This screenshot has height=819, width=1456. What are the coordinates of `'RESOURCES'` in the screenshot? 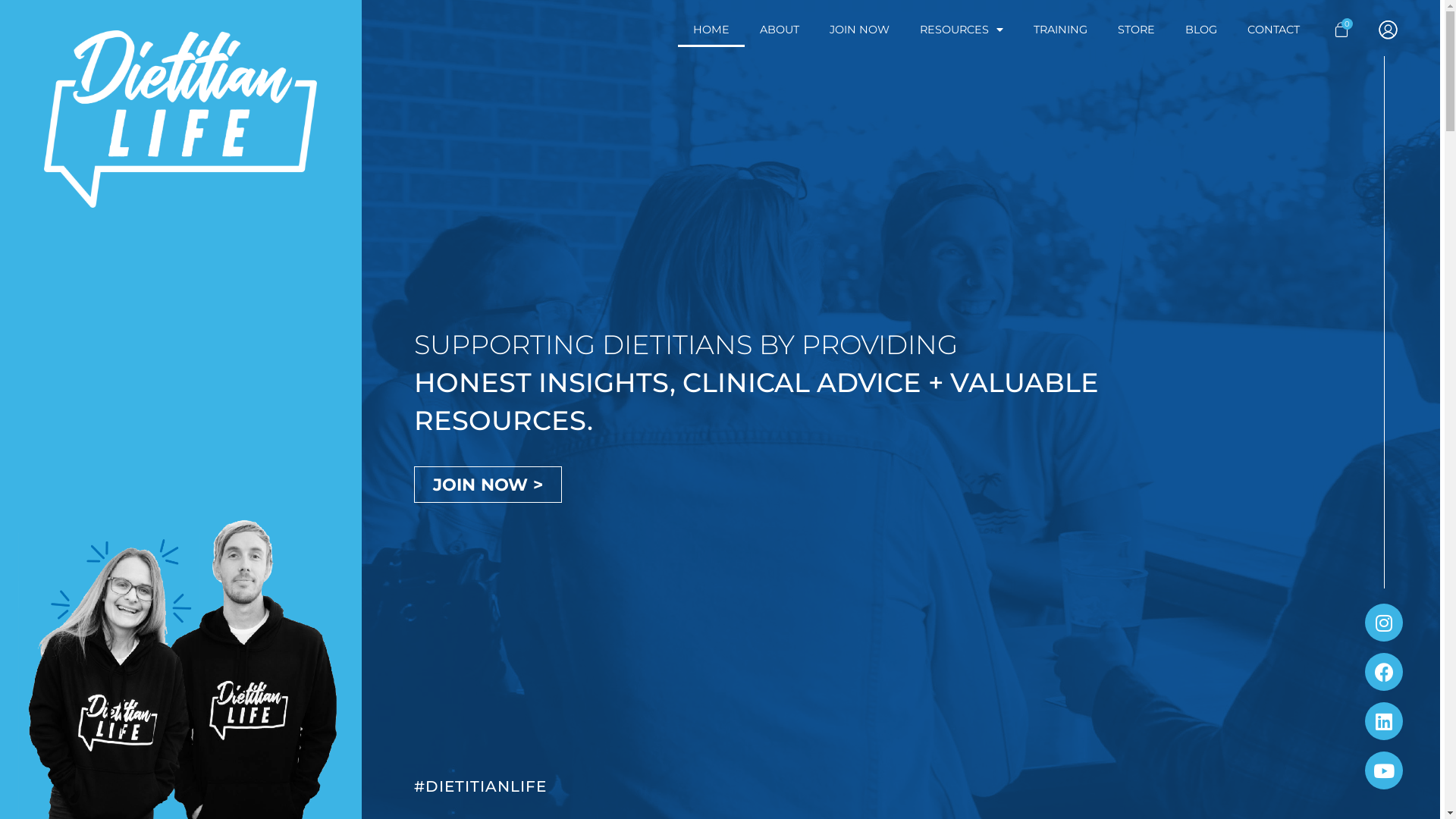 It's located at (960, 29).